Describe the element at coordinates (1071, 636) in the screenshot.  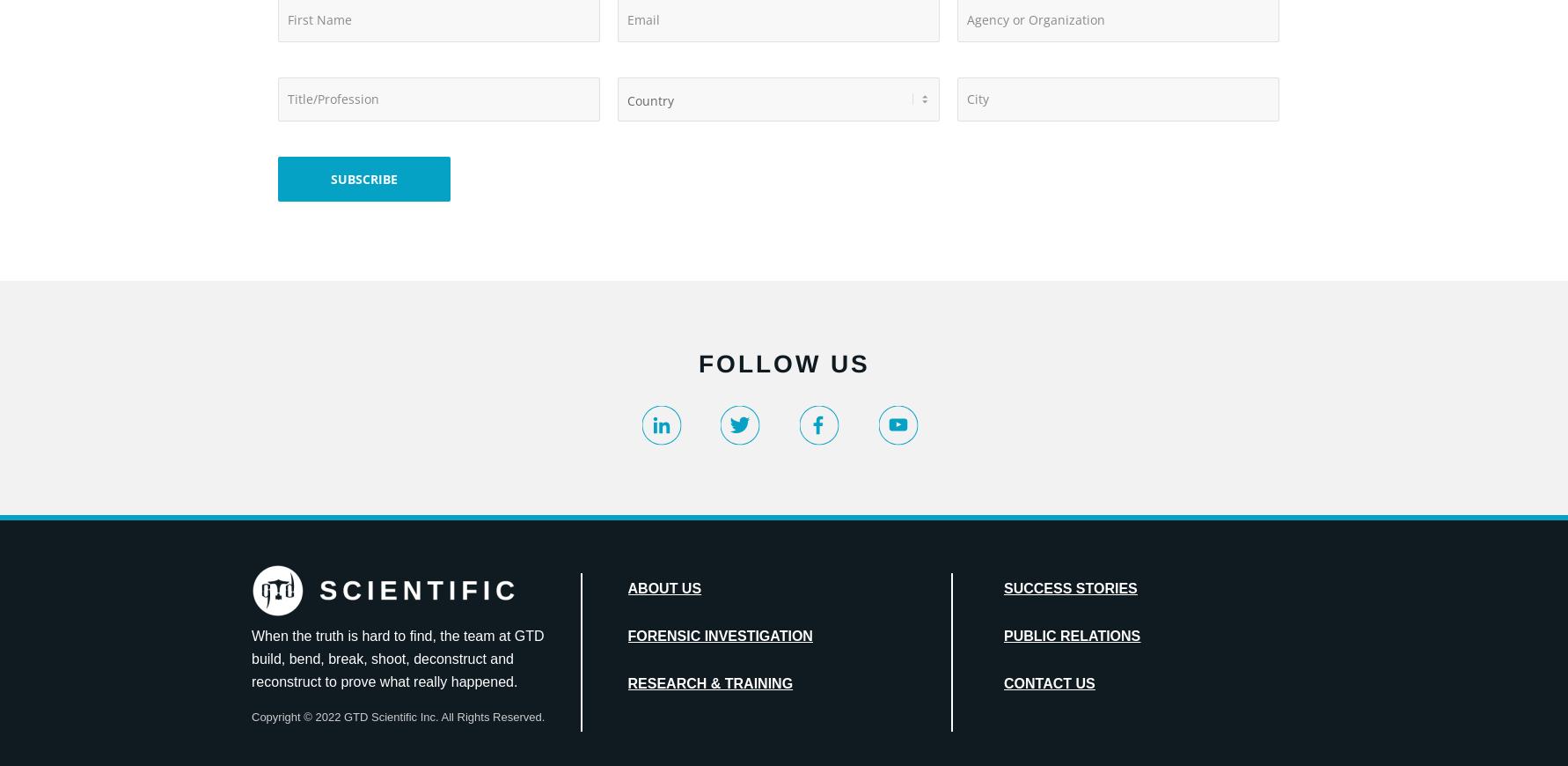
I see `'Public Relations'` at that location.